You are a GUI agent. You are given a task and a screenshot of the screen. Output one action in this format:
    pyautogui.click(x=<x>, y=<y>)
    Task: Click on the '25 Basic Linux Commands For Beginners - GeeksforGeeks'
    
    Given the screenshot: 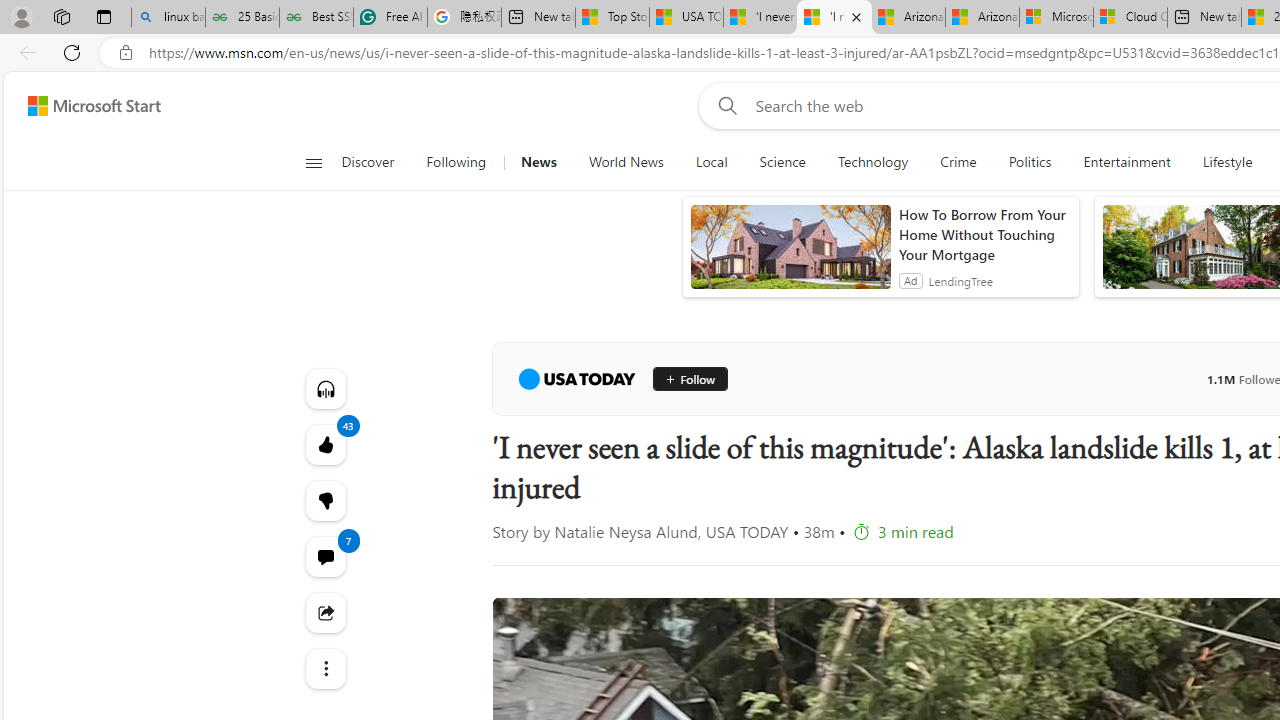 What is the action you would take?
    pyautogui.click(x=241, y=17)
    